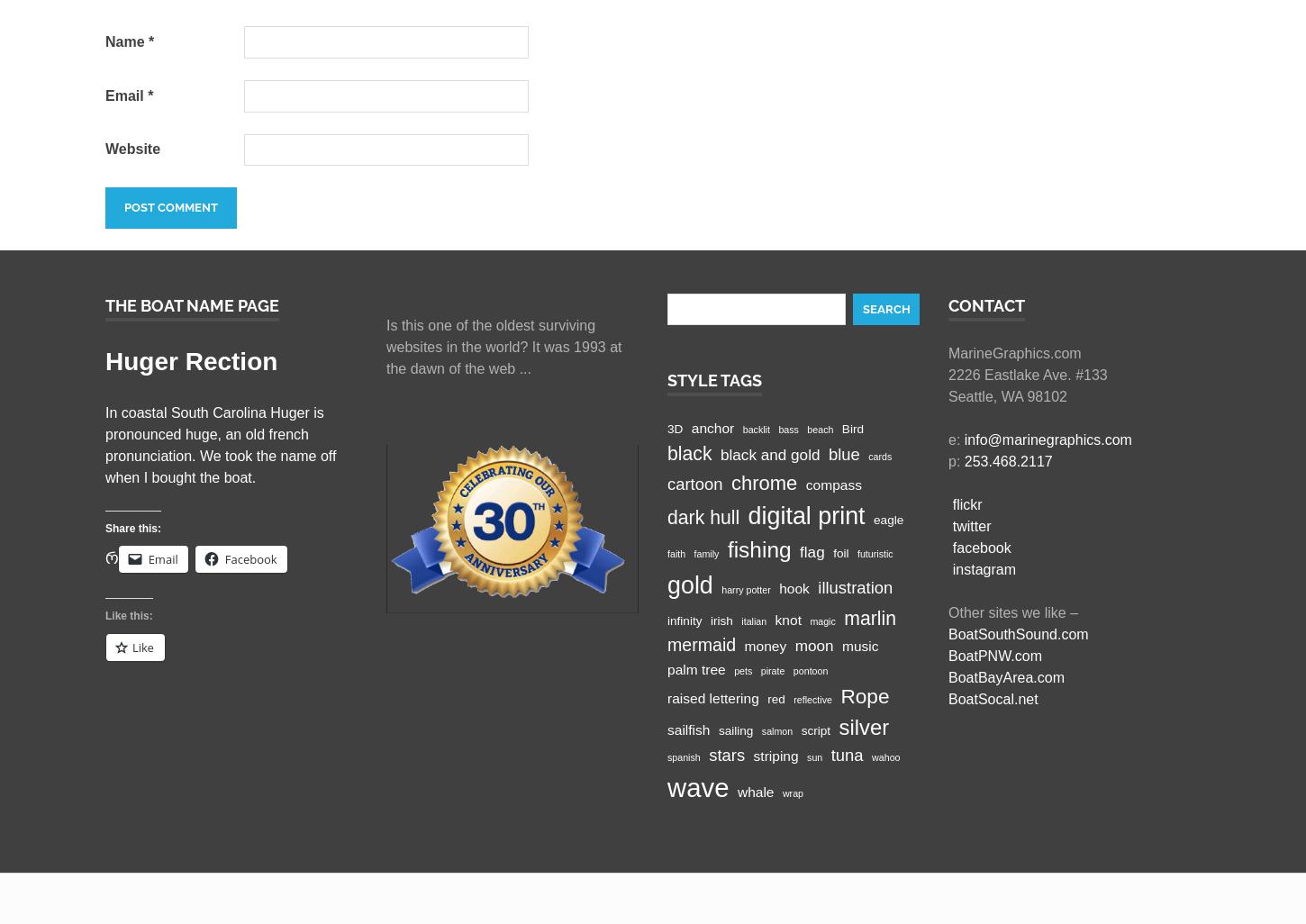 The image size is (1306, 924). I want to click on 'red', so click(766, 697).